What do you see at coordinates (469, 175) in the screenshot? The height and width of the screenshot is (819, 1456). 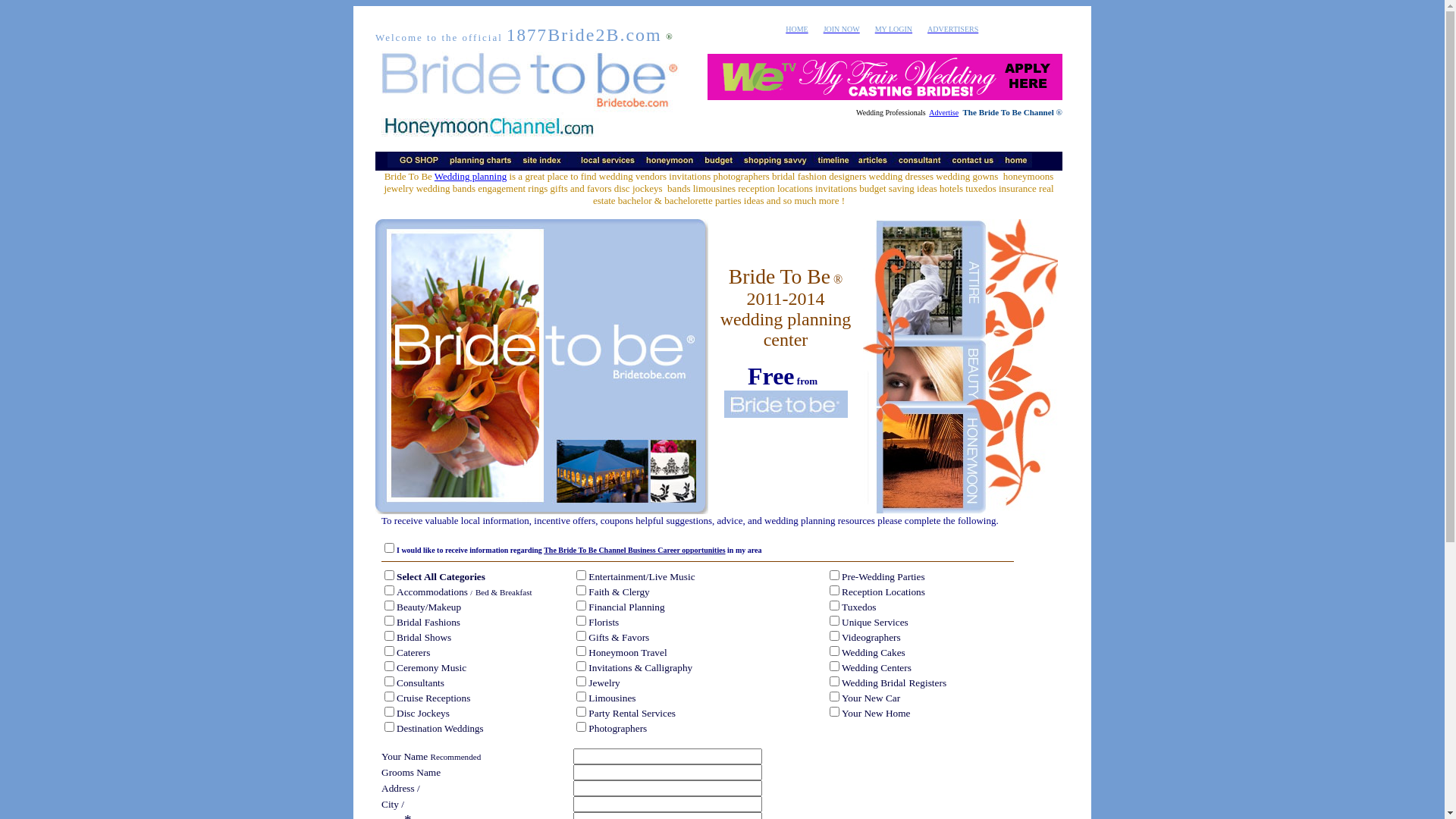 I see `'Wedding planning'` at bounding box center [469, 175].